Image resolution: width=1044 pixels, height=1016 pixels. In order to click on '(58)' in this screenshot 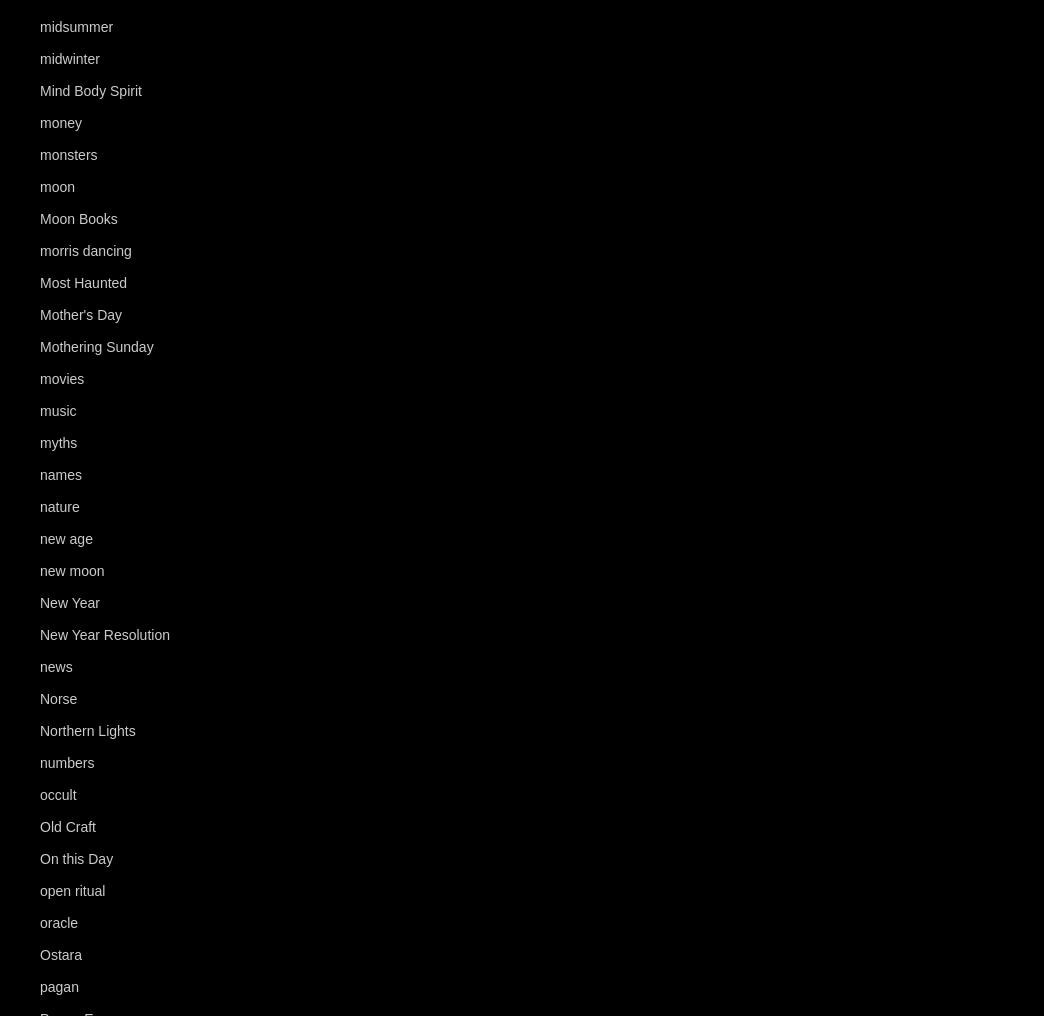, I will do `click(117, 26)`.